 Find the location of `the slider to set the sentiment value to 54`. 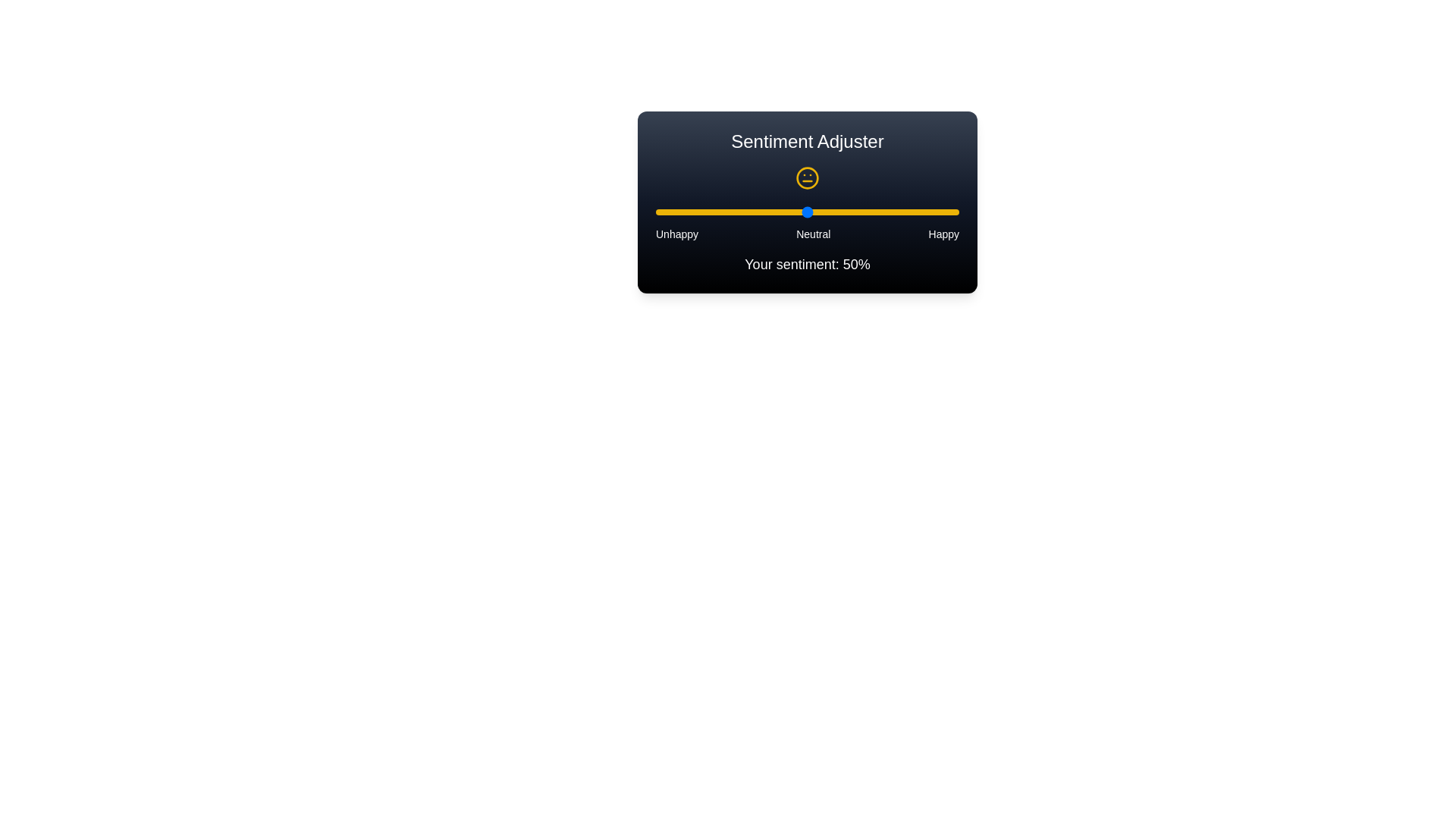

the slider to set the sentiment value to 54 is located at coordinates (818, 212).